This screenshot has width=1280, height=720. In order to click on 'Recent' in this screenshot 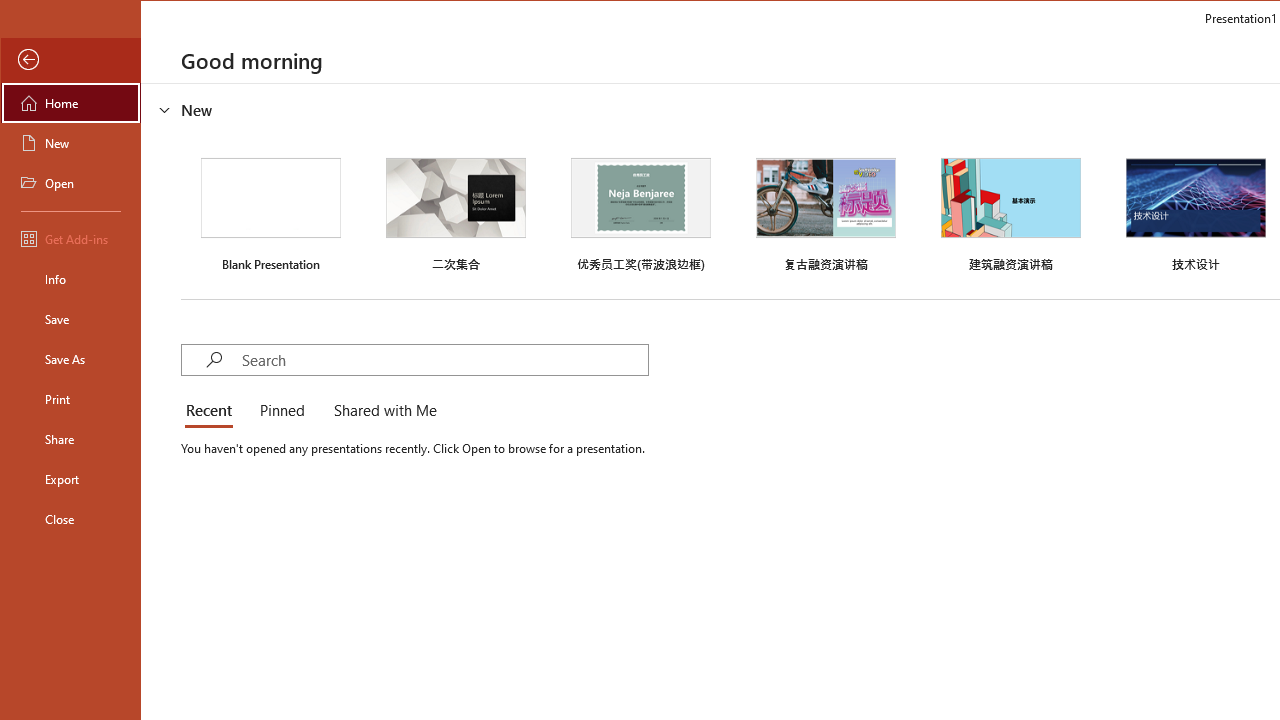, I will do `click(212, 410)`.